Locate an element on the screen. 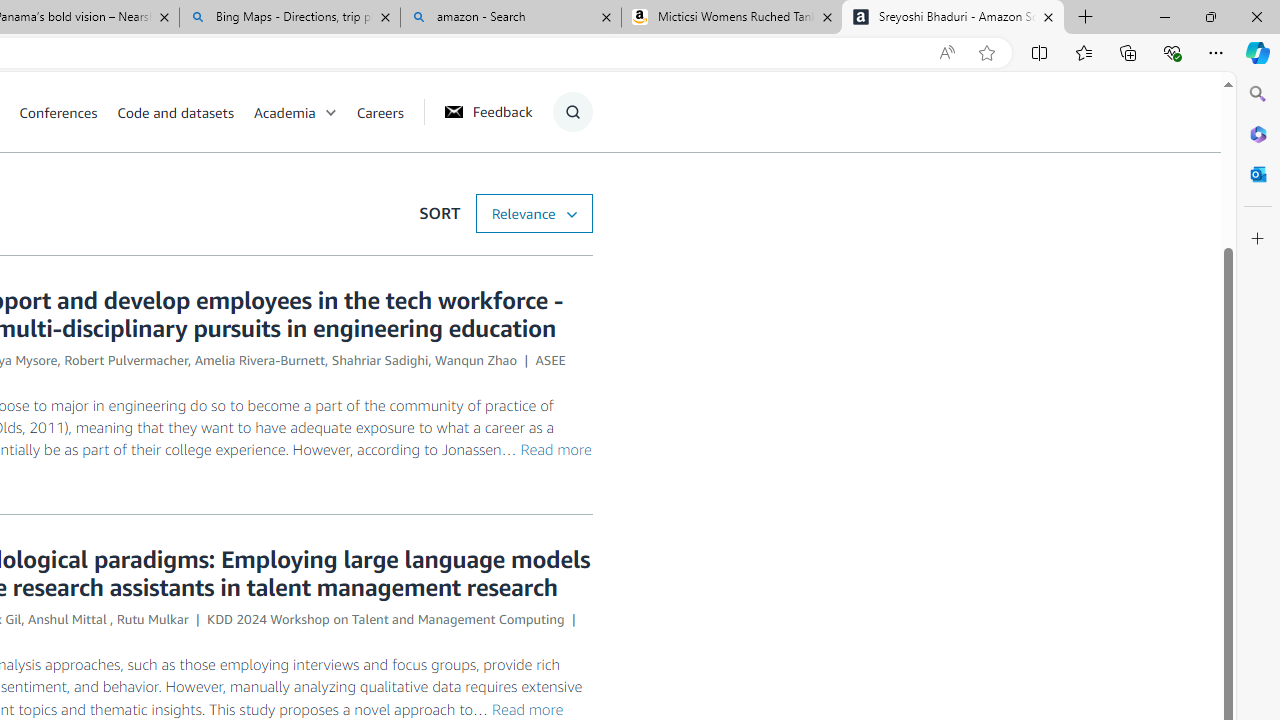 The image size is (1280, 720). 'Conferences' is located at coordinates (58, 111).